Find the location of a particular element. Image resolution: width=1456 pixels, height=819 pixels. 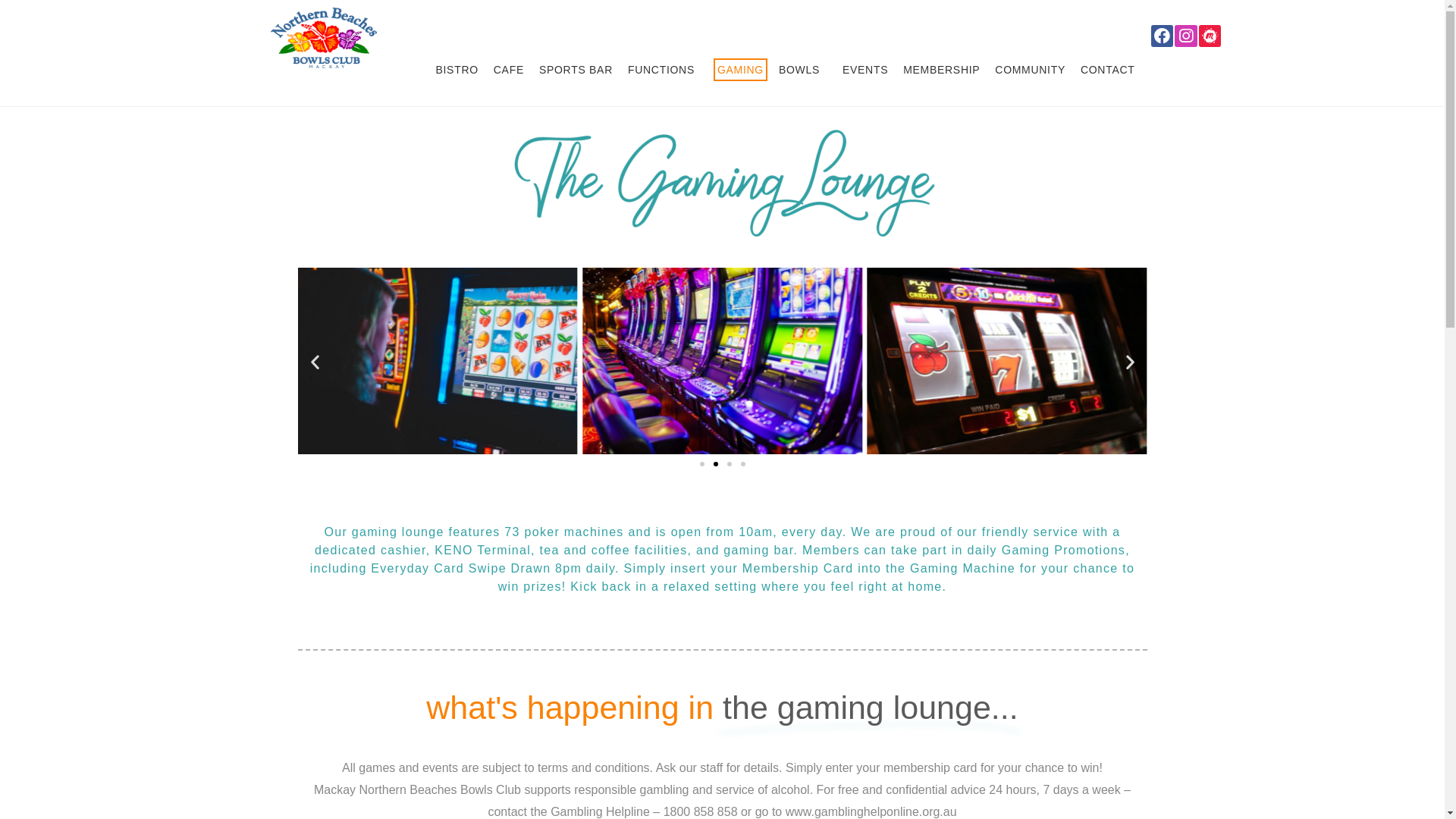

'BOWLS' is located at coordinates (775, 70).